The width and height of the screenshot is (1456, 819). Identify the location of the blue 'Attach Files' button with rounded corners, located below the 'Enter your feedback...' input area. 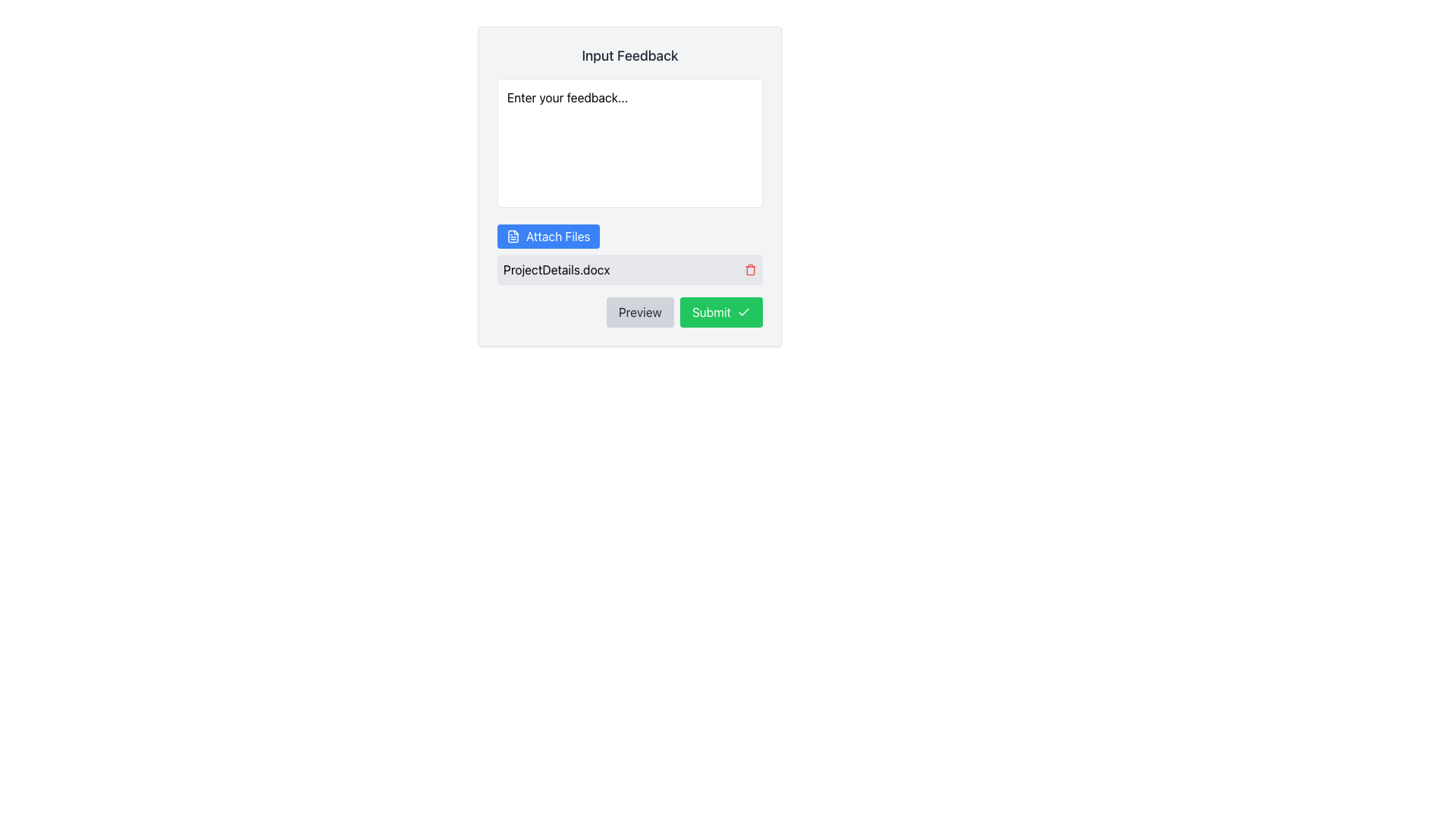
(548, 237).